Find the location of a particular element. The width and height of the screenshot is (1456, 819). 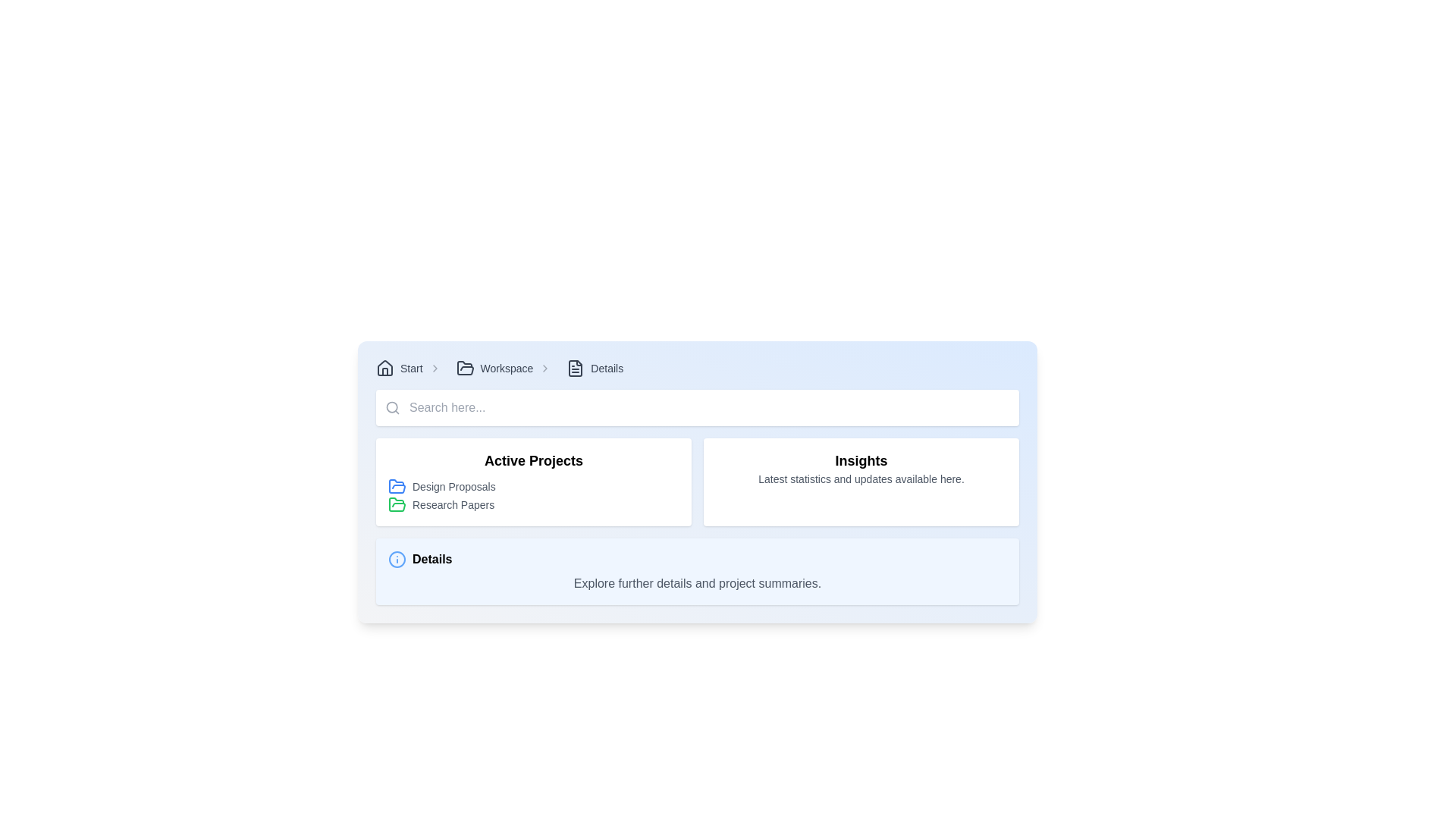

the blue folder icon in the breadcrumb navigation section is located at coordinates (397, 485).